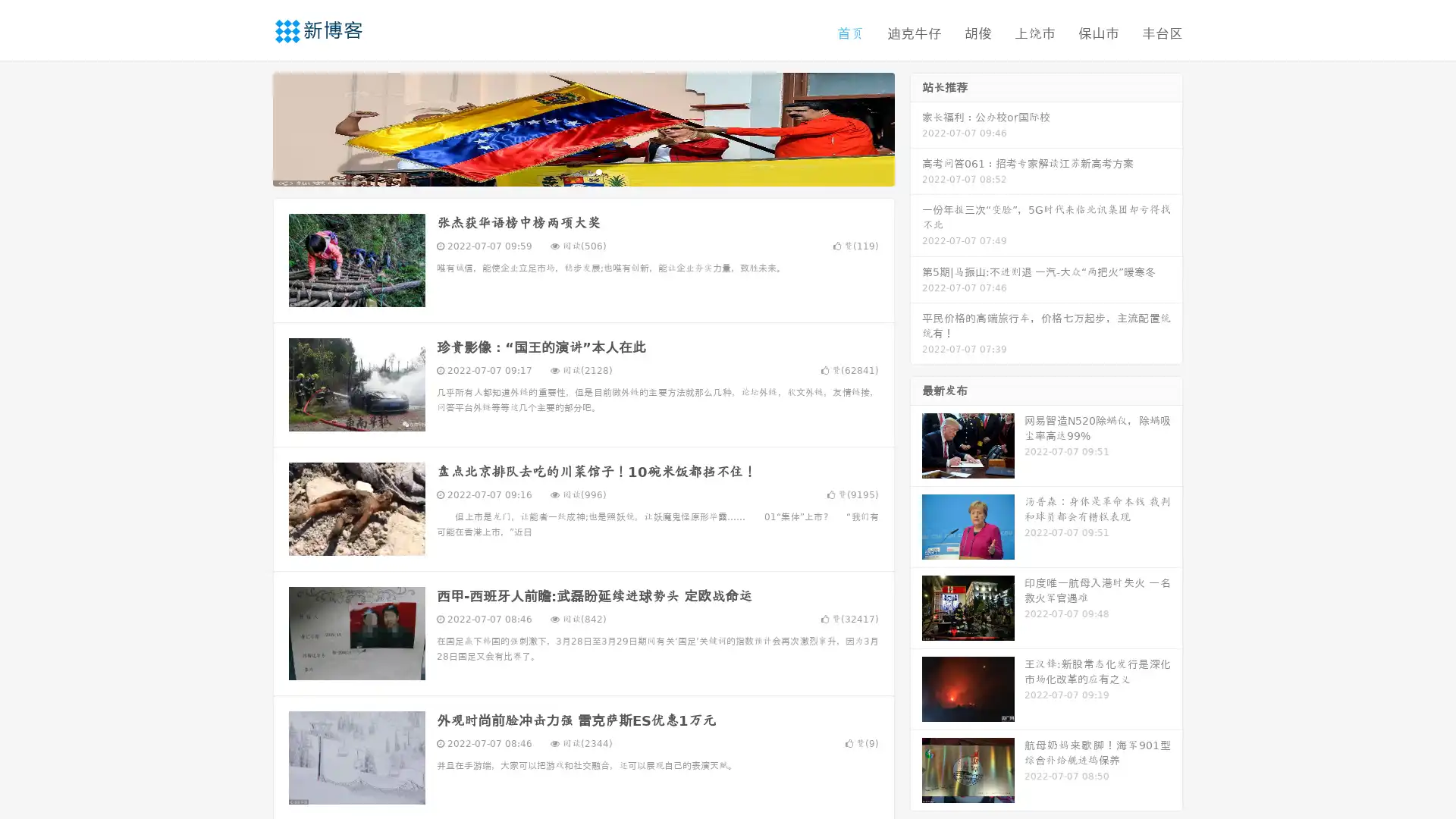 The height and width of the screenshot is (819, 1456). Describe the element at coordinates (582, 171) in the screenshot. I see `Go to slide 2` at that location.